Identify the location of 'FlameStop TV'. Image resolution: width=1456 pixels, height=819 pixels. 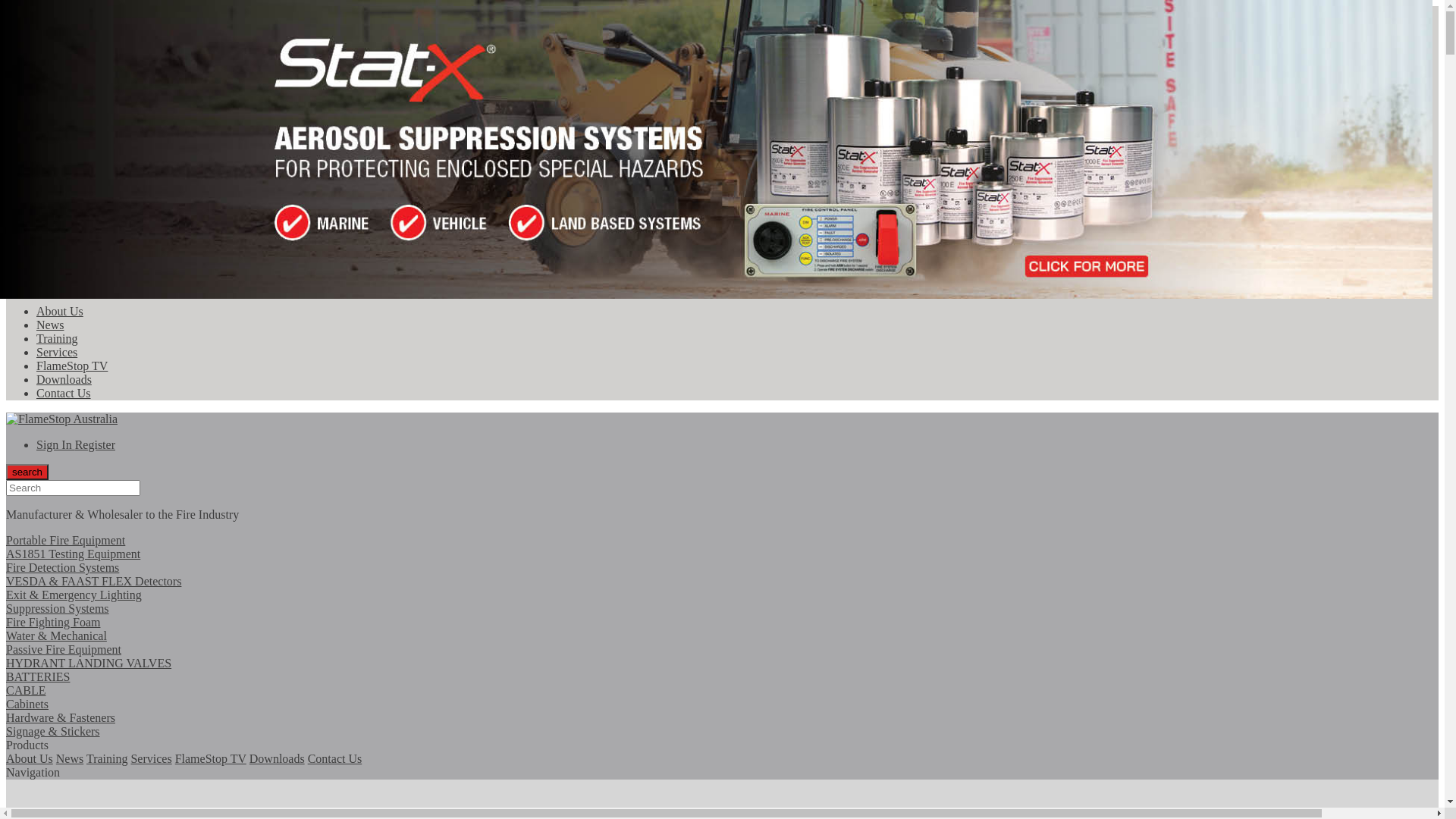
(210, 758).